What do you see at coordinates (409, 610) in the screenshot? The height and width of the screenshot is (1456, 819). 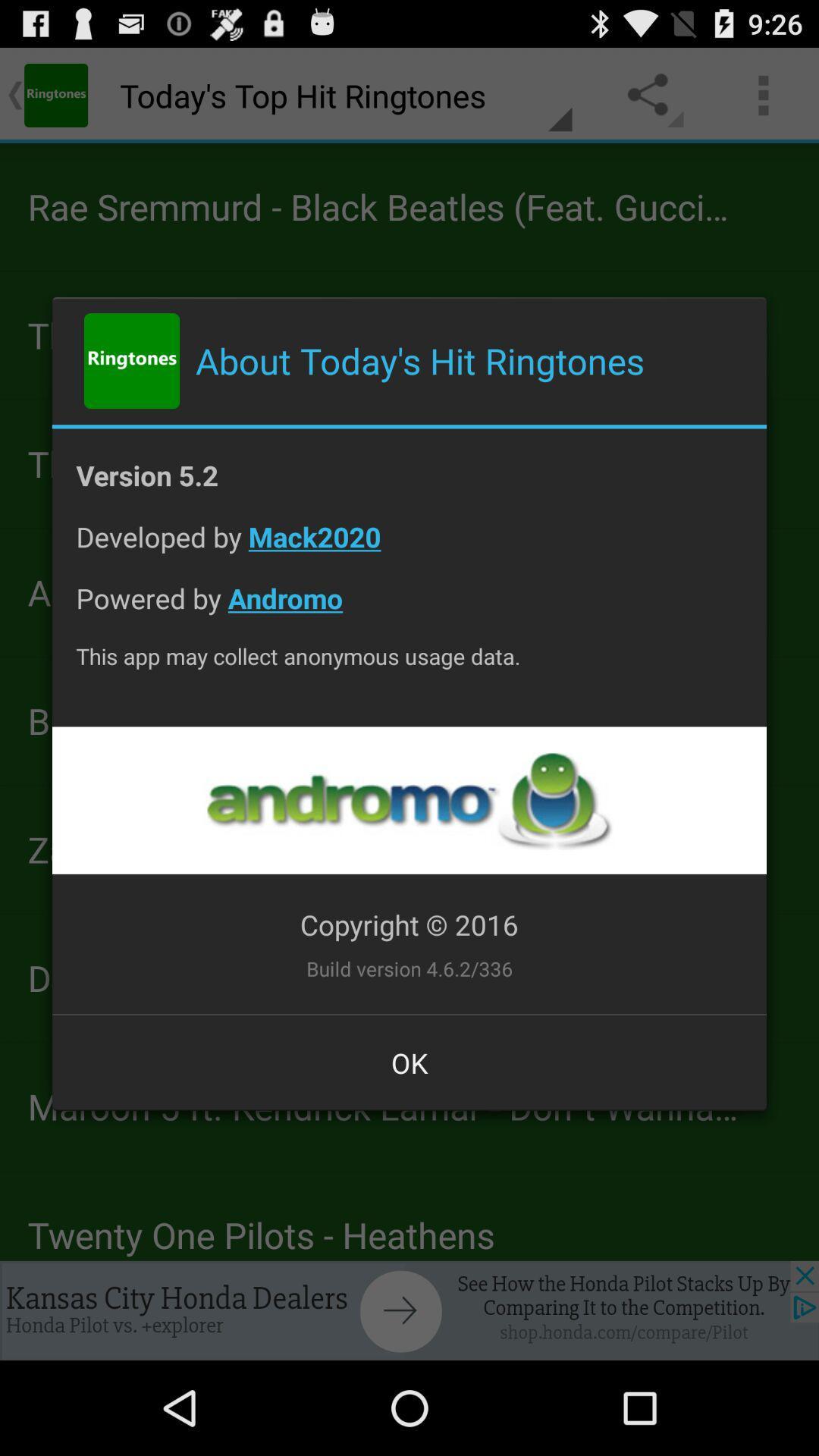 I see `icon below the developed by mack2020 item` at bounding box center [409, 610].